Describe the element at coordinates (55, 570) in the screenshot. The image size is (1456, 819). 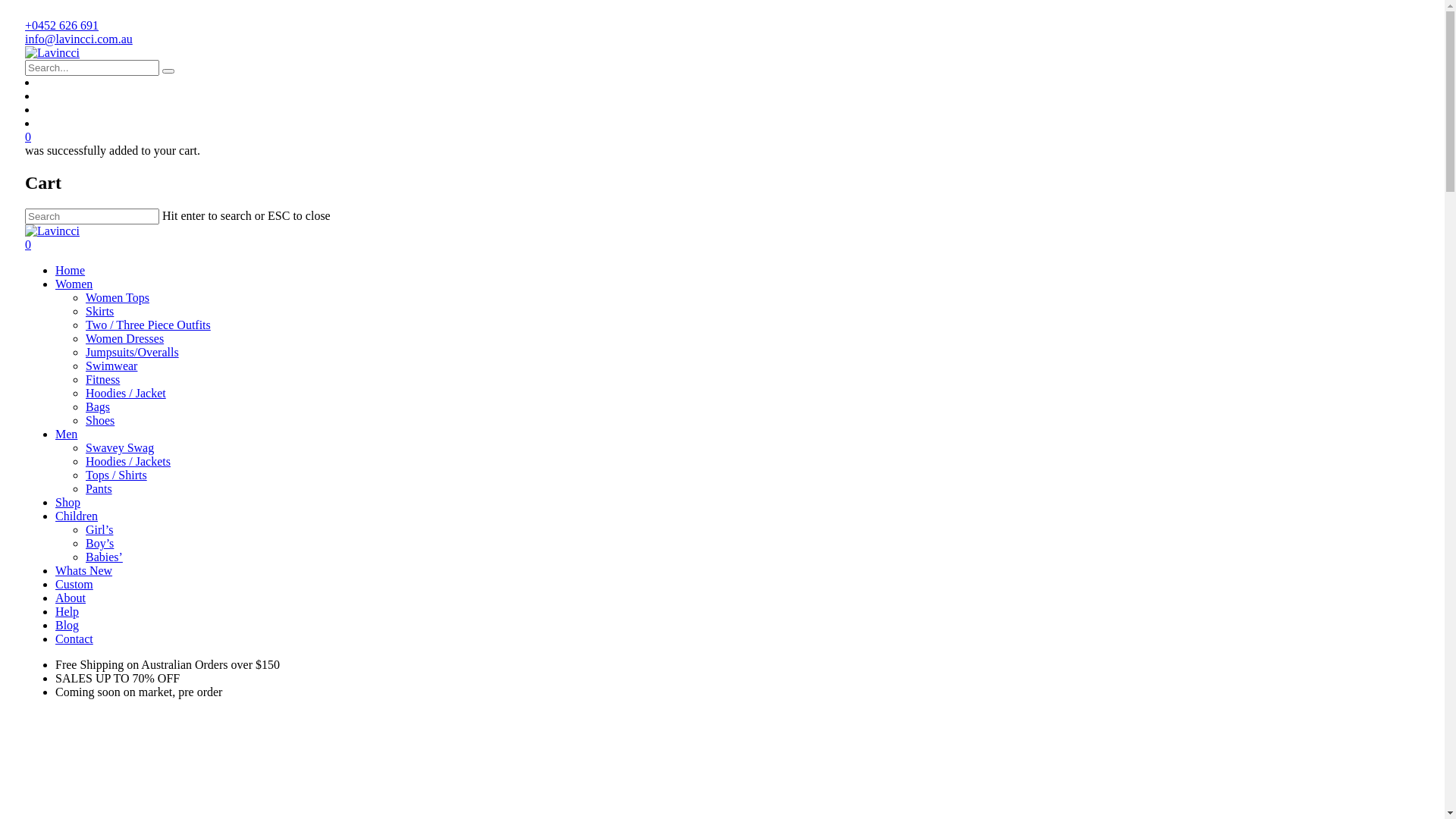
I see `'Whats New'` at that location.